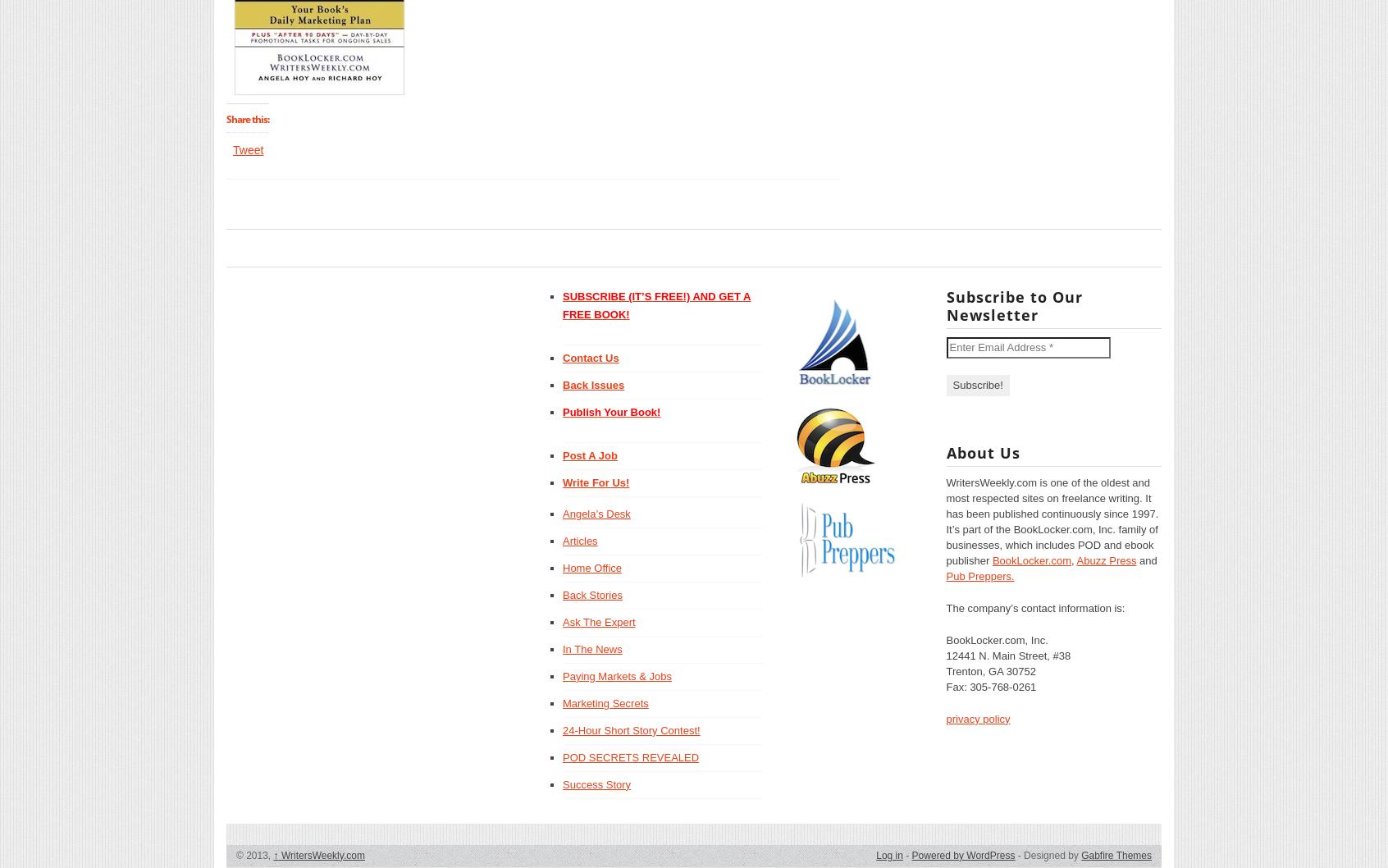 This screenshot has height=868, width=1388. What do you see at coordinates (562, 357) in the screenshot?
I see `'Contact Us'` at bounding box center [562, 357].